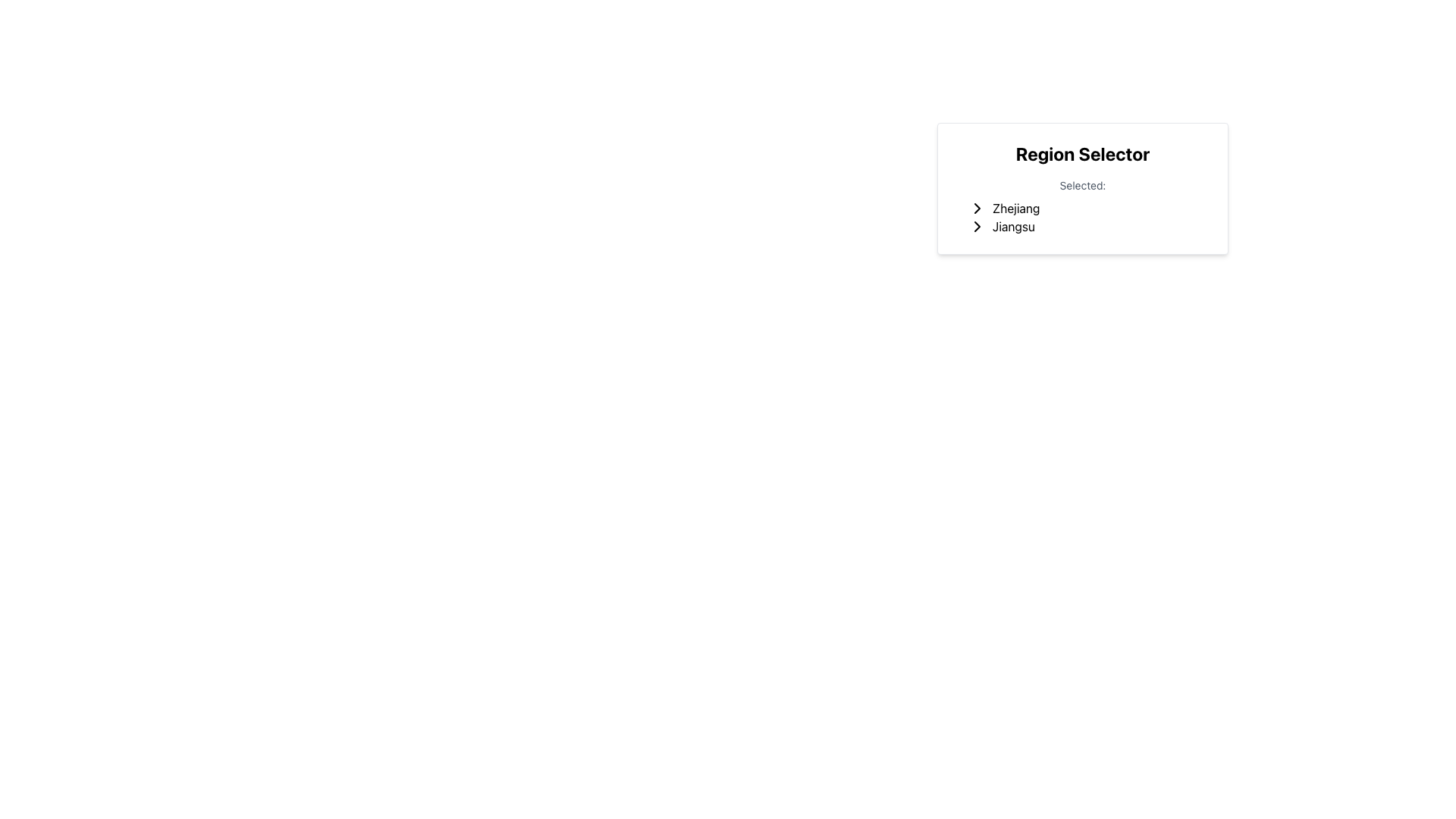  I want to click on the second chevron icon located to the left of the text 'Jiangsu' in the list of selectable regions under the title 'Region Selector', so click(977, 227).